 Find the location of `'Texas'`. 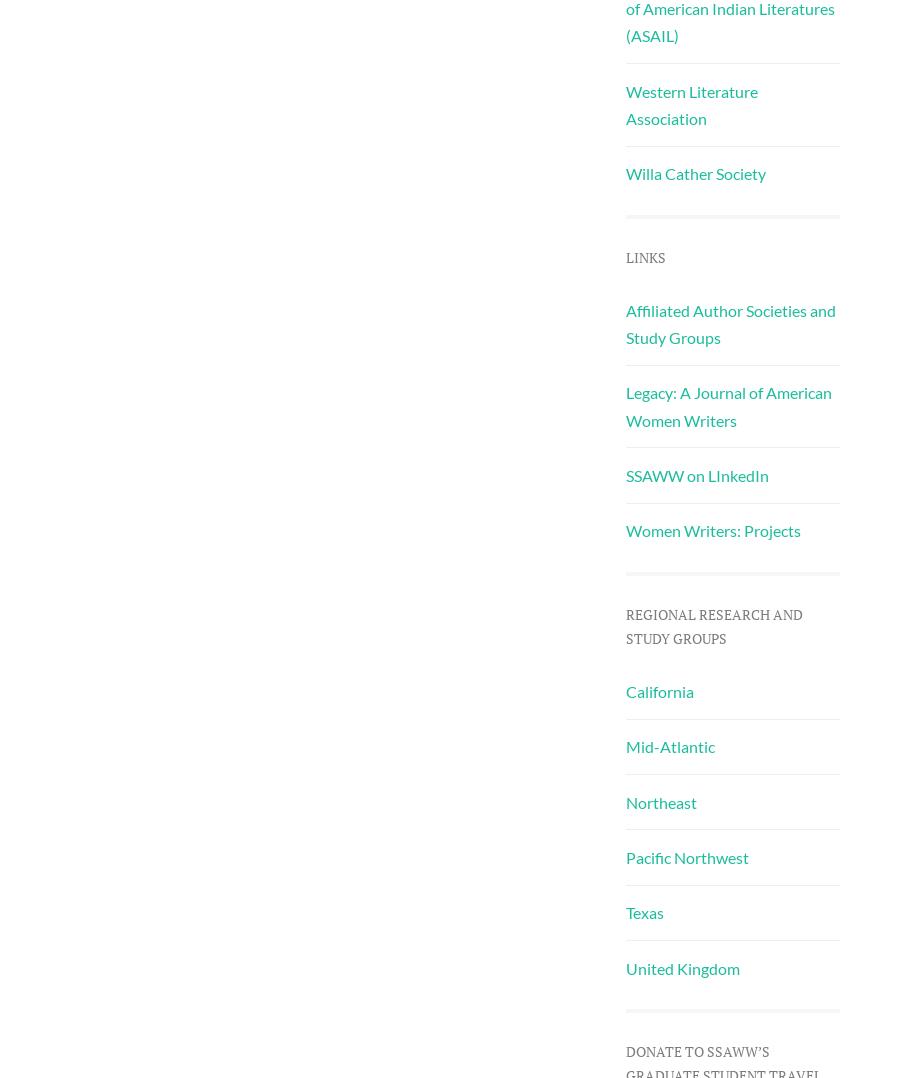

'Texas' is located at coordinates (644, 912).